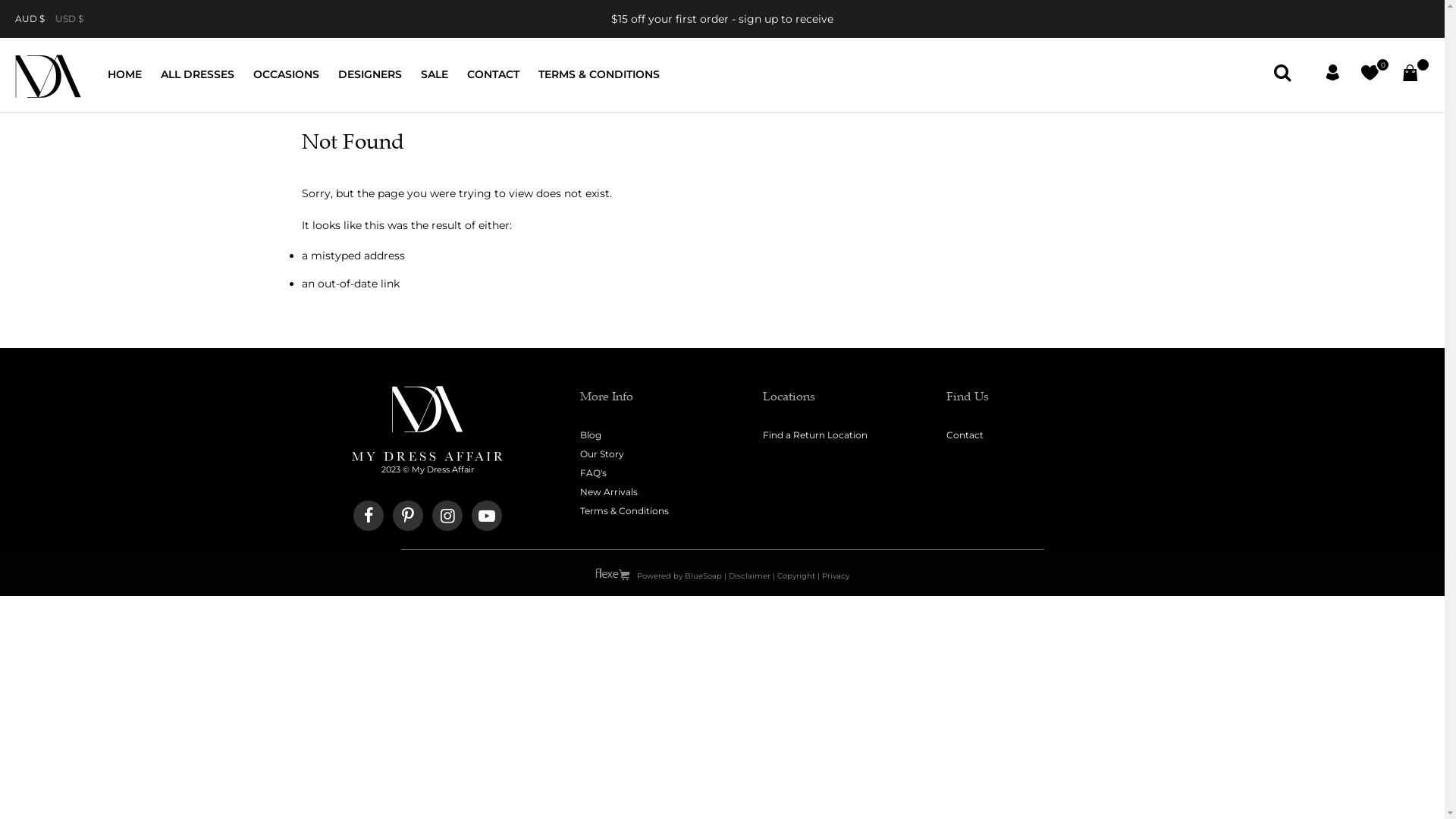 The height and width of the screenshot is (819, 1456). Describe the element at coordinates (1370, 75) in the screenshot. I see `'0'` at that location.